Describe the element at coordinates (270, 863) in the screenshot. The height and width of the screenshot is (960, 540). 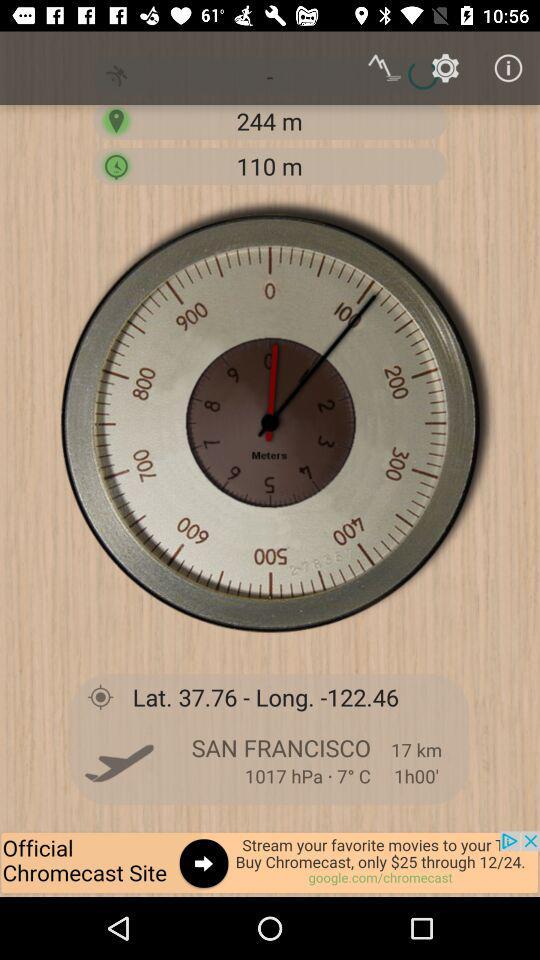
I see `its a advertisement` at that location.